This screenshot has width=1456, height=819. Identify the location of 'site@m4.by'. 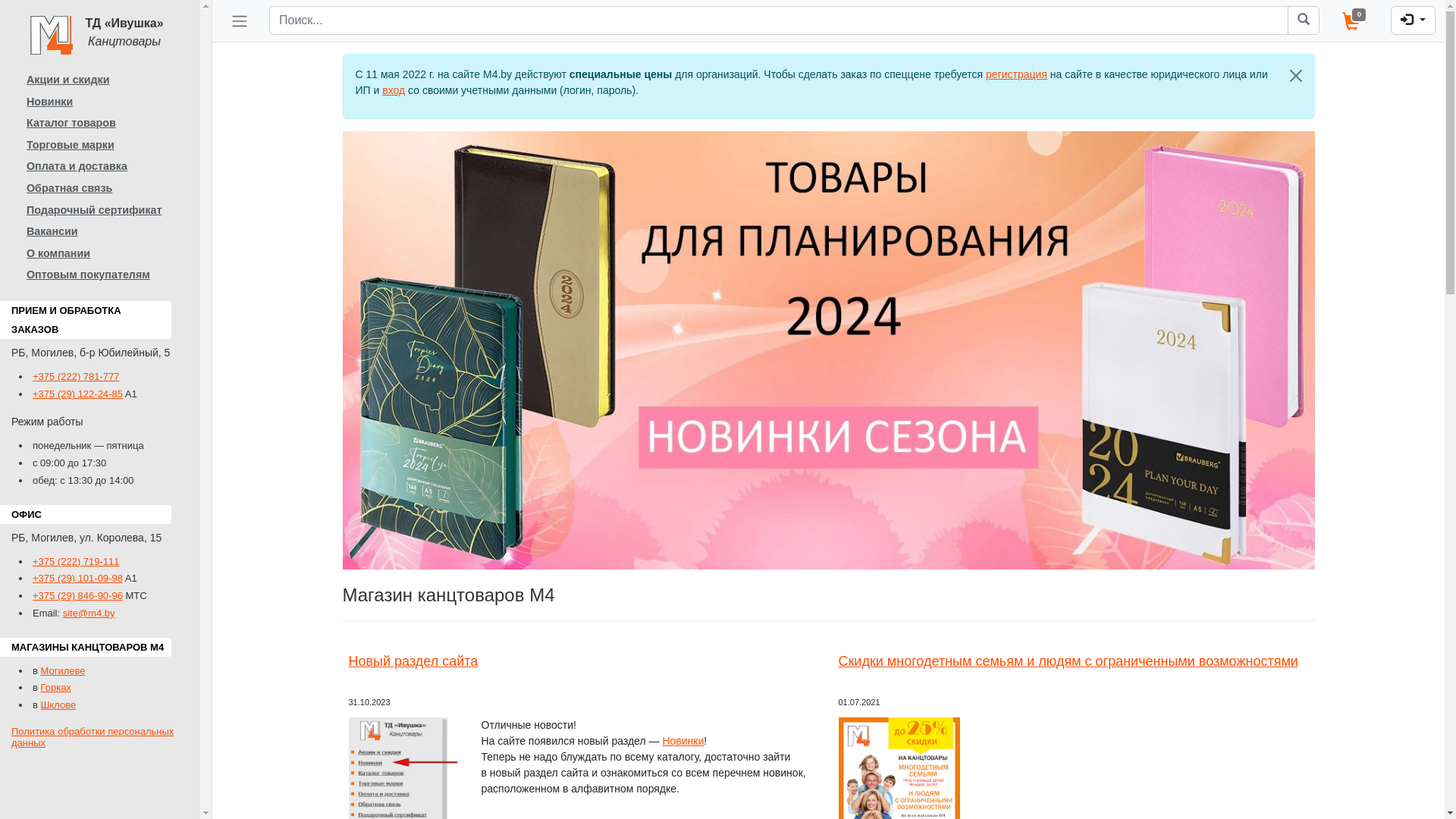
(88, 612).